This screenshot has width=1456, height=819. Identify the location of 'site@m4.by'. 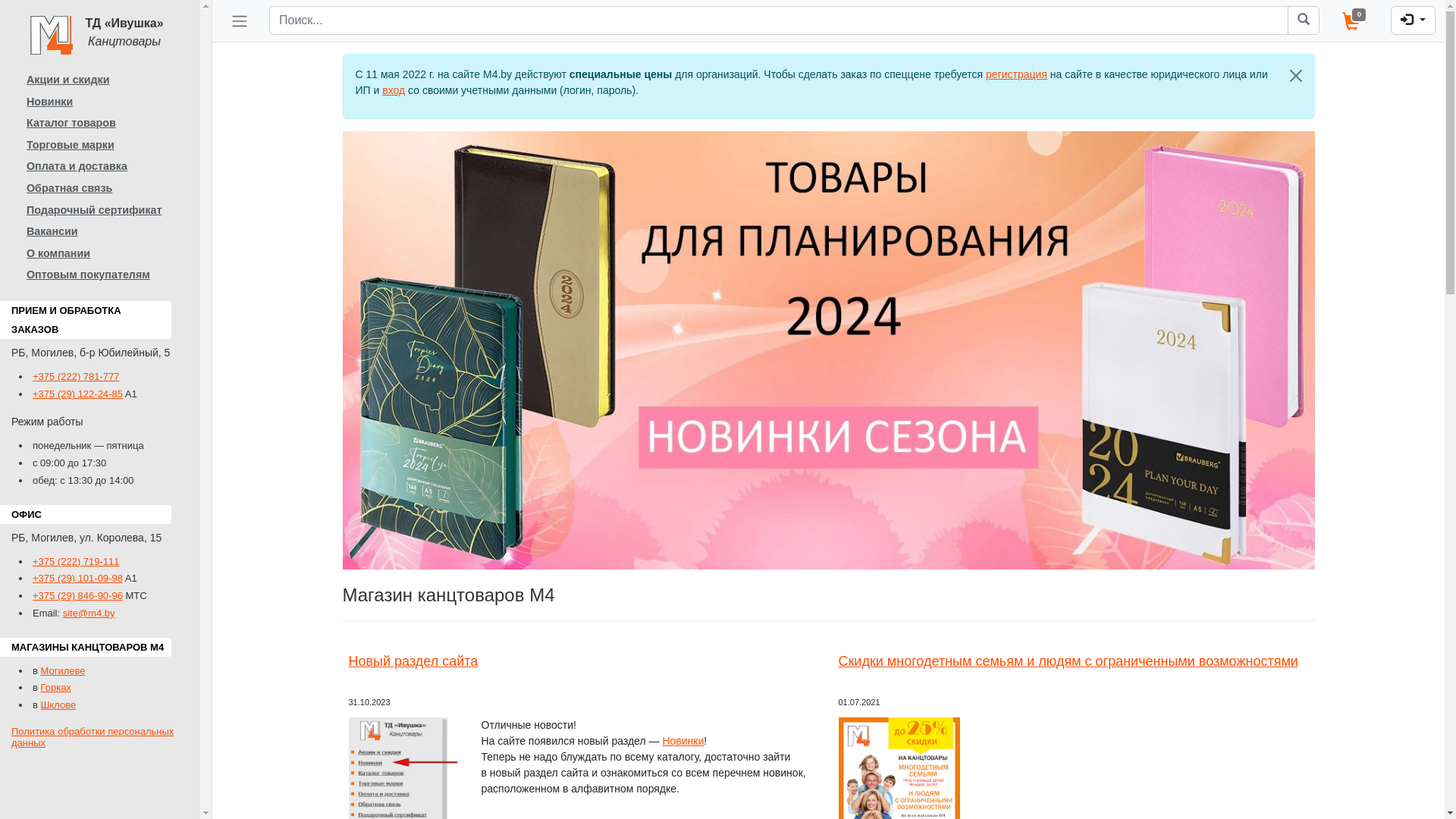
(88, 612).